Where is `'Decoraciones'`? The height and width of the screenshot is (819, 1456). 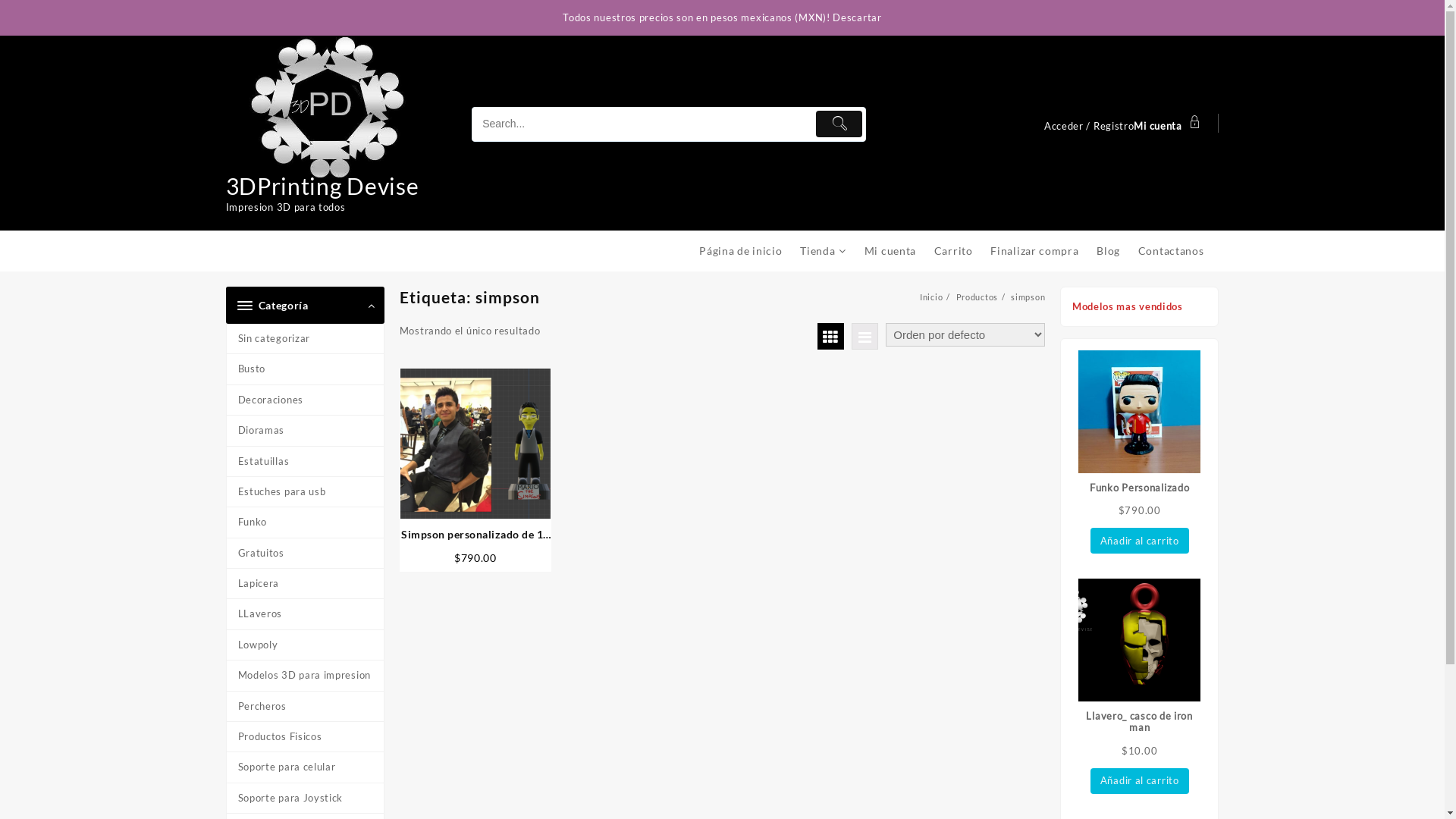
'Decoraciones' is located at coordinates (304, 400).